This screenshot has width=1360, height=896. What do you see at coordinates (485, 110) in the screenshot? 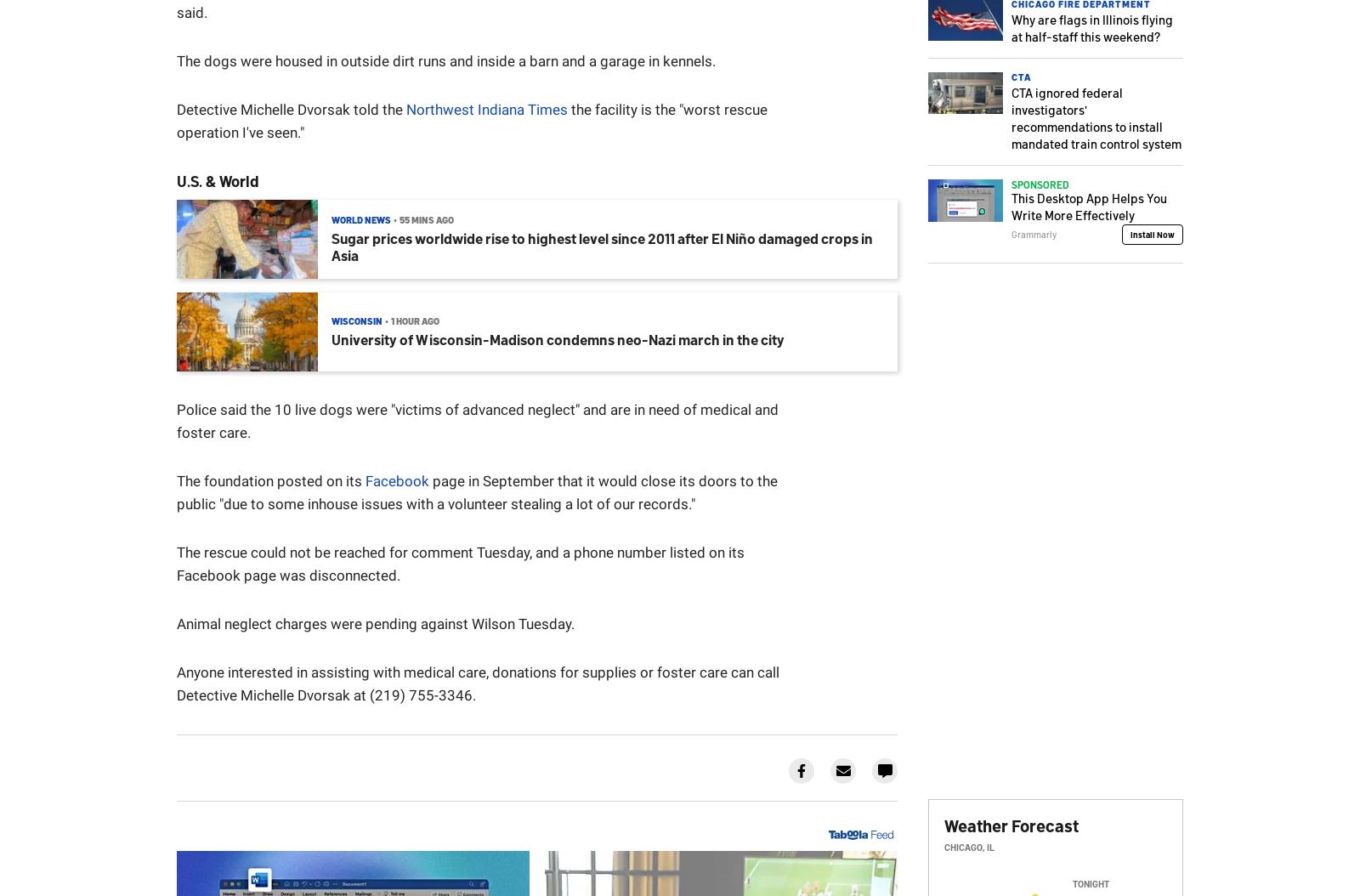
I see `'Northwest Indiana Times'` at bounding box center [485, 110].